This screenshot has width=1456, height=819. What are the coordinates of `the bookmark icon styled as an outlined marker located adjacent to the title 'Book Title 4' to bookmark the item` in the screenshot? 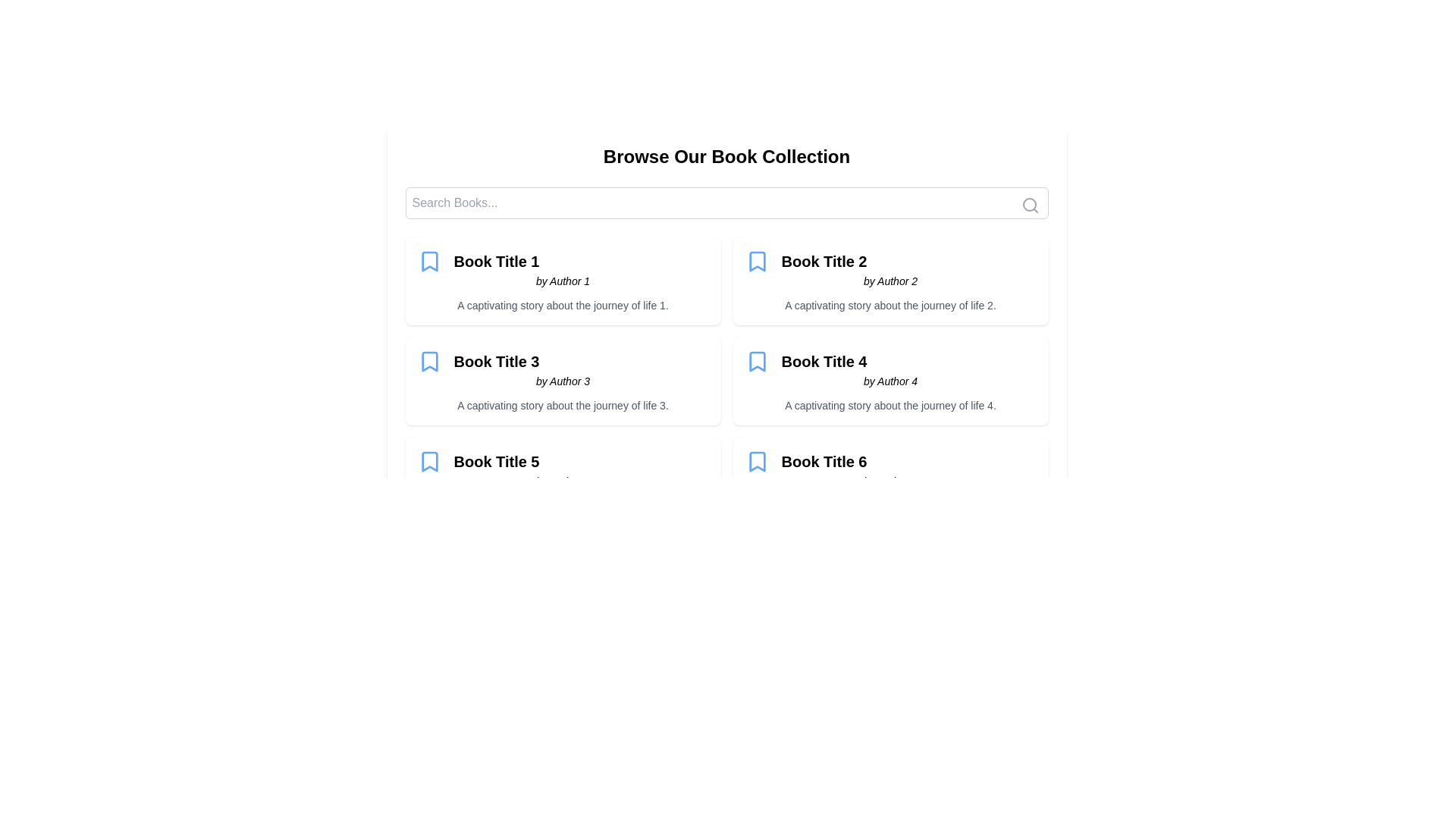 It's located at (757, 362).